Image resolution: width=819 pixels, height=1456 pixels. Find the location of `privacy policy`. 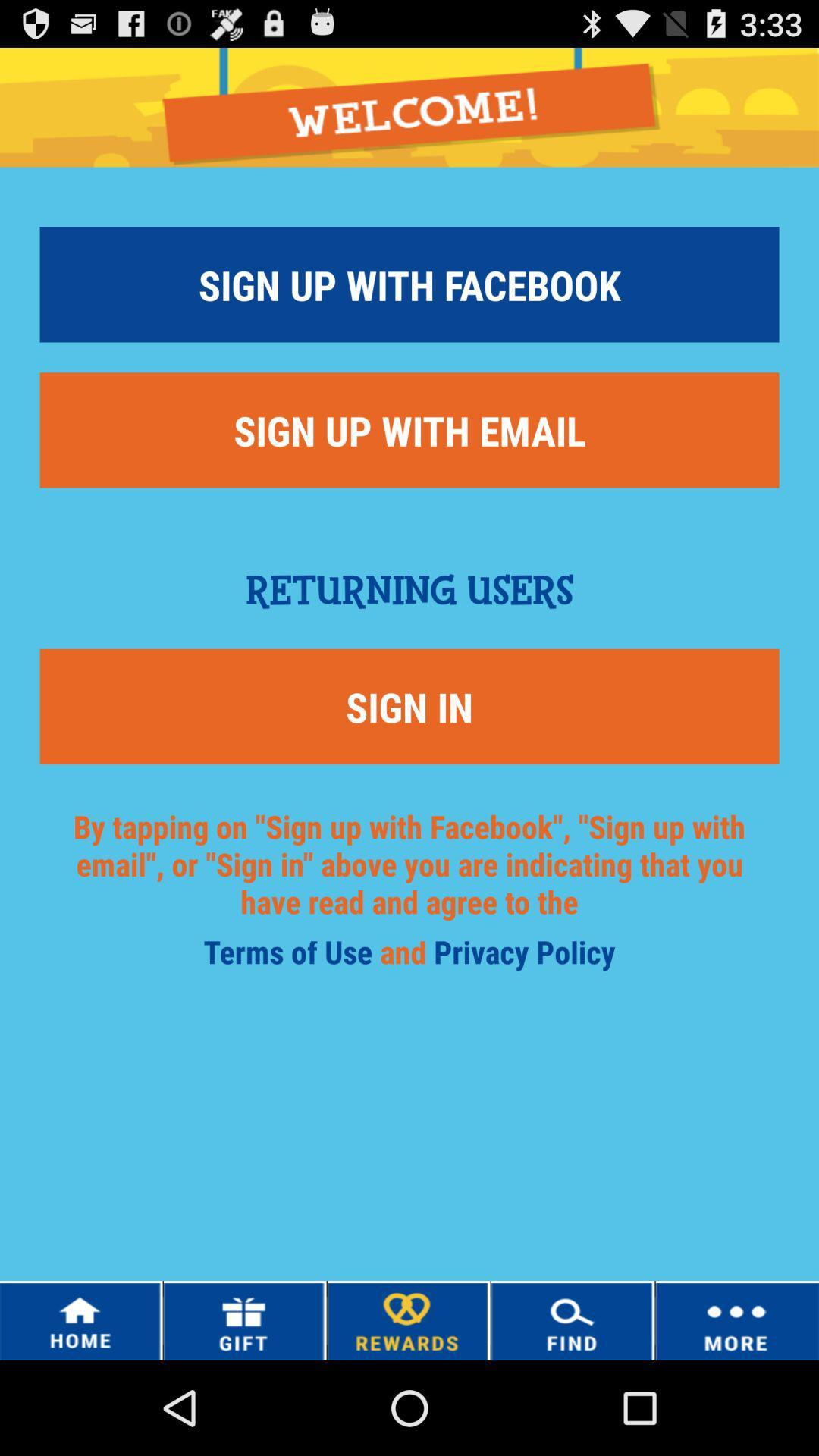

privacy policy is located at coordinates (523, 956).